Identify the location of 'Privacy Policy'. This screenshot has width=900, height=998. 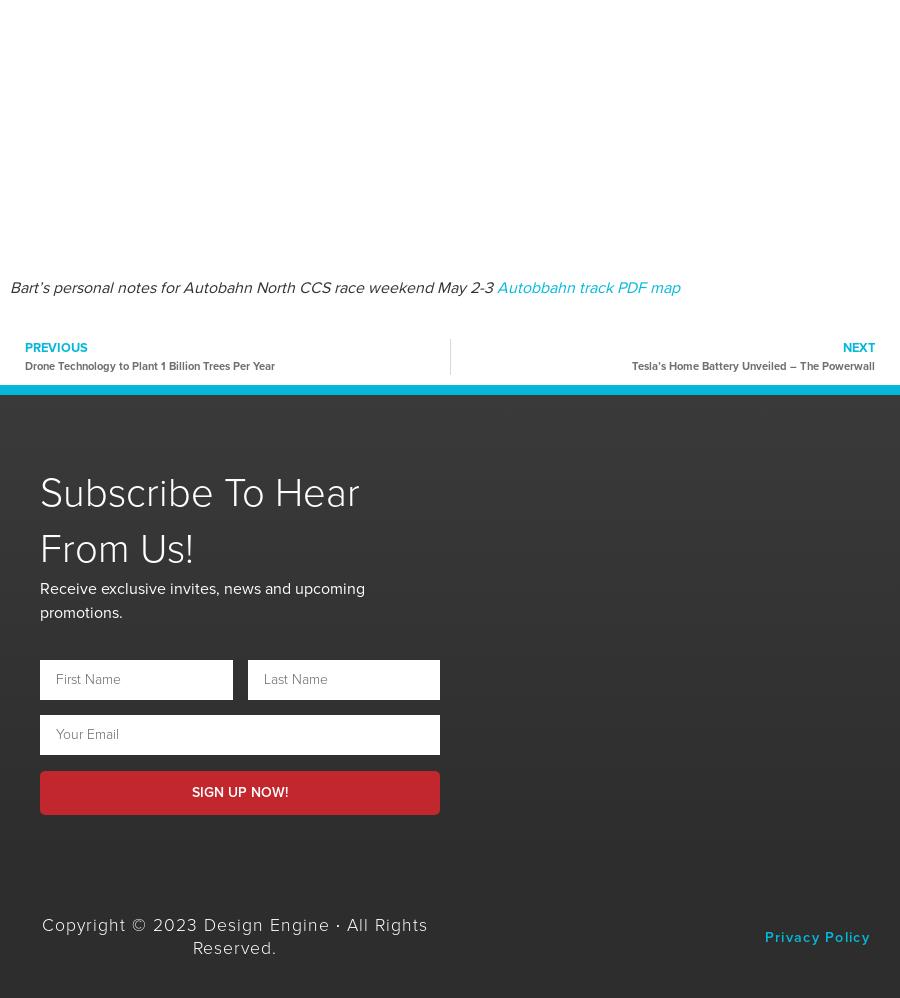
(817, 936).